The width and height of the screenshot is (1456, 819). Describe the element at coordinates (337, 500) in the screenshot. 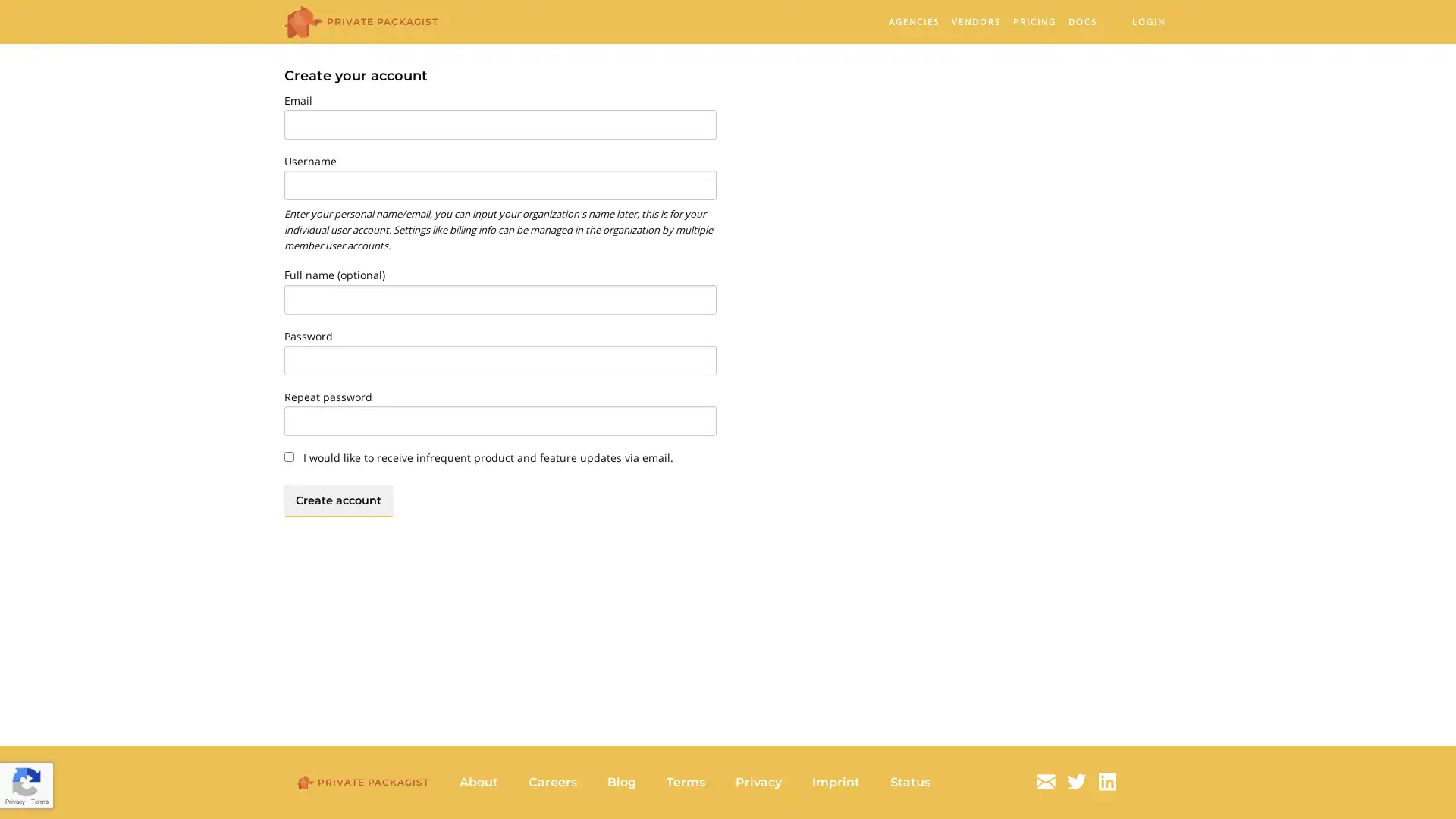

I see `Create account` at that location.